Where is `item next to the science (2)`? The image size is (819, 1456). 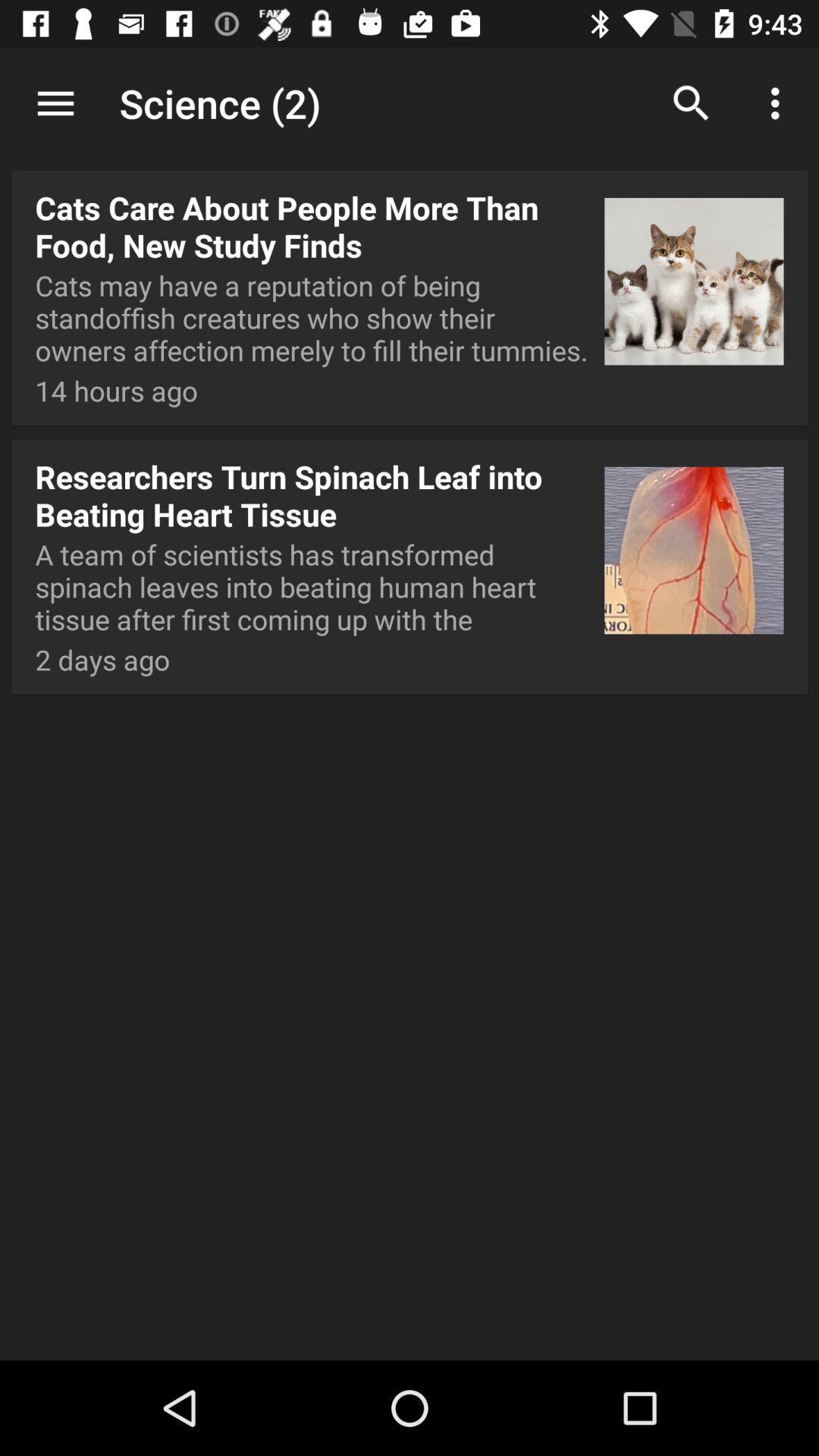 item next to the science (2) is located at coordinates (55, 102).